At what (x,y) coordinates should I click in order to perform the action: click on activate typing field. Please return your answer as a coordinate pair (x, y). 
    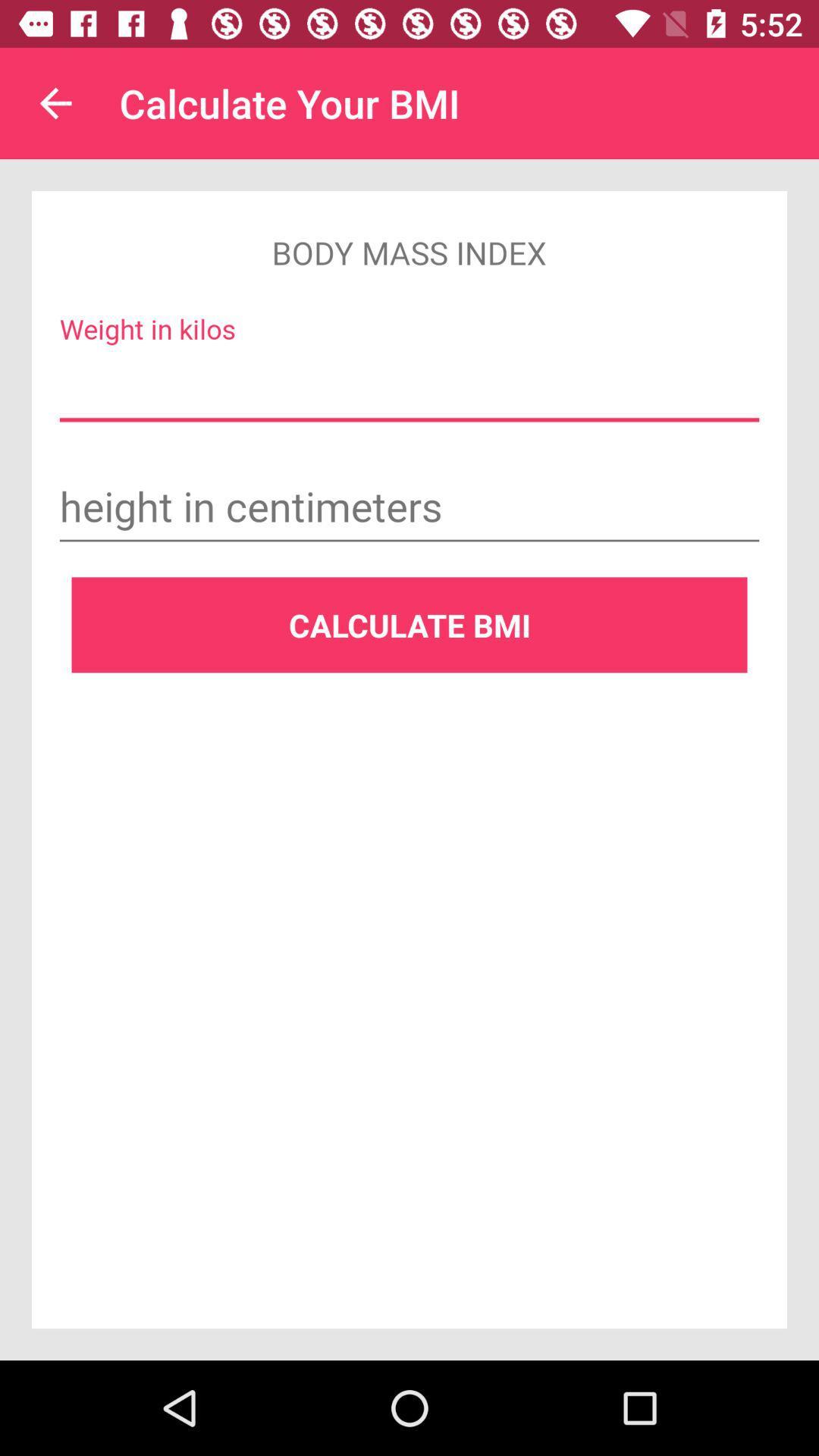
    Looking at the image, I should click on (409, 509).